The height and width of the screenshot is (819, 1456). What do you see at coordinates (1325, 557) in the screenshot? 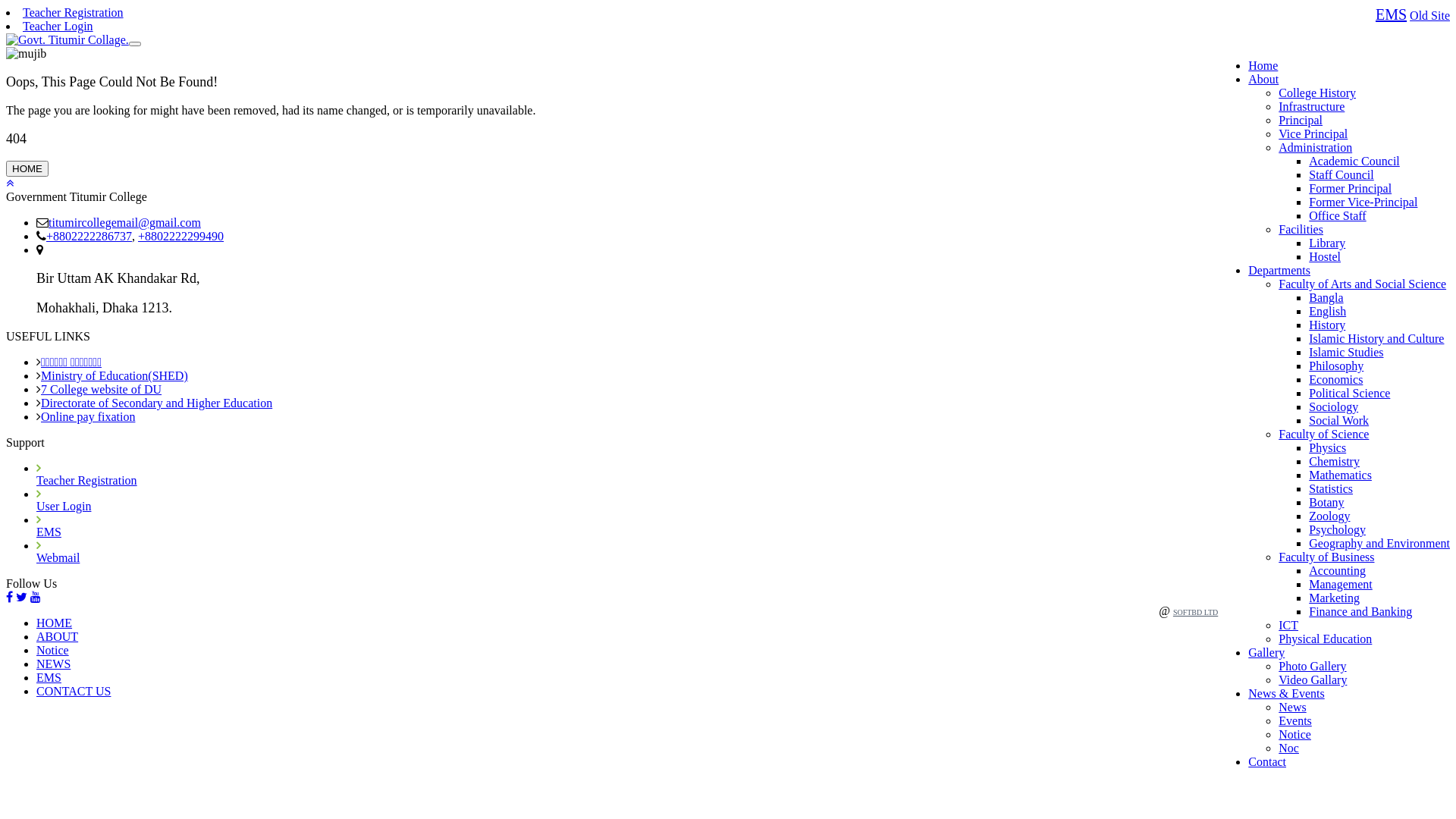
I see `'Faculty of Business'` at bounding box center [1325, 557].